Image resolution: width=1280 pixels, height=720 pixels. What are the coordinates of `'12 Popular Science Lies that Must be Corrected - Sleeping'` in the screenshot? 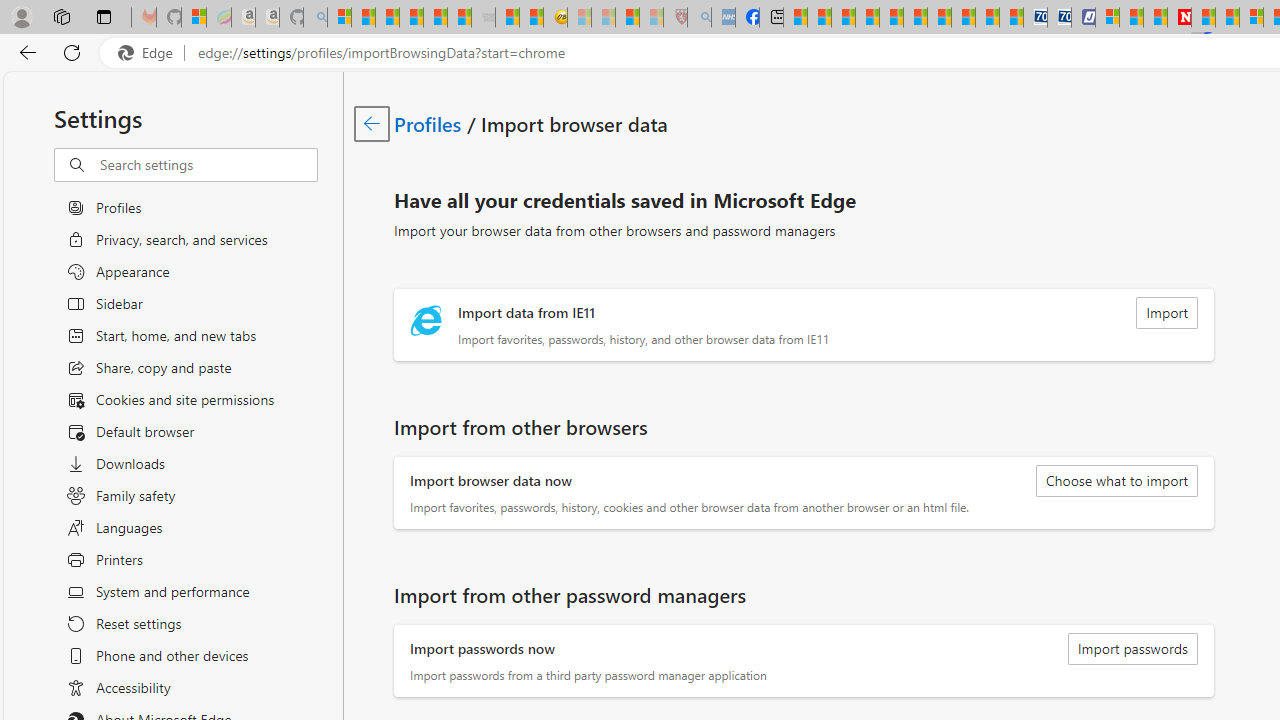 It's located at (651, 17).